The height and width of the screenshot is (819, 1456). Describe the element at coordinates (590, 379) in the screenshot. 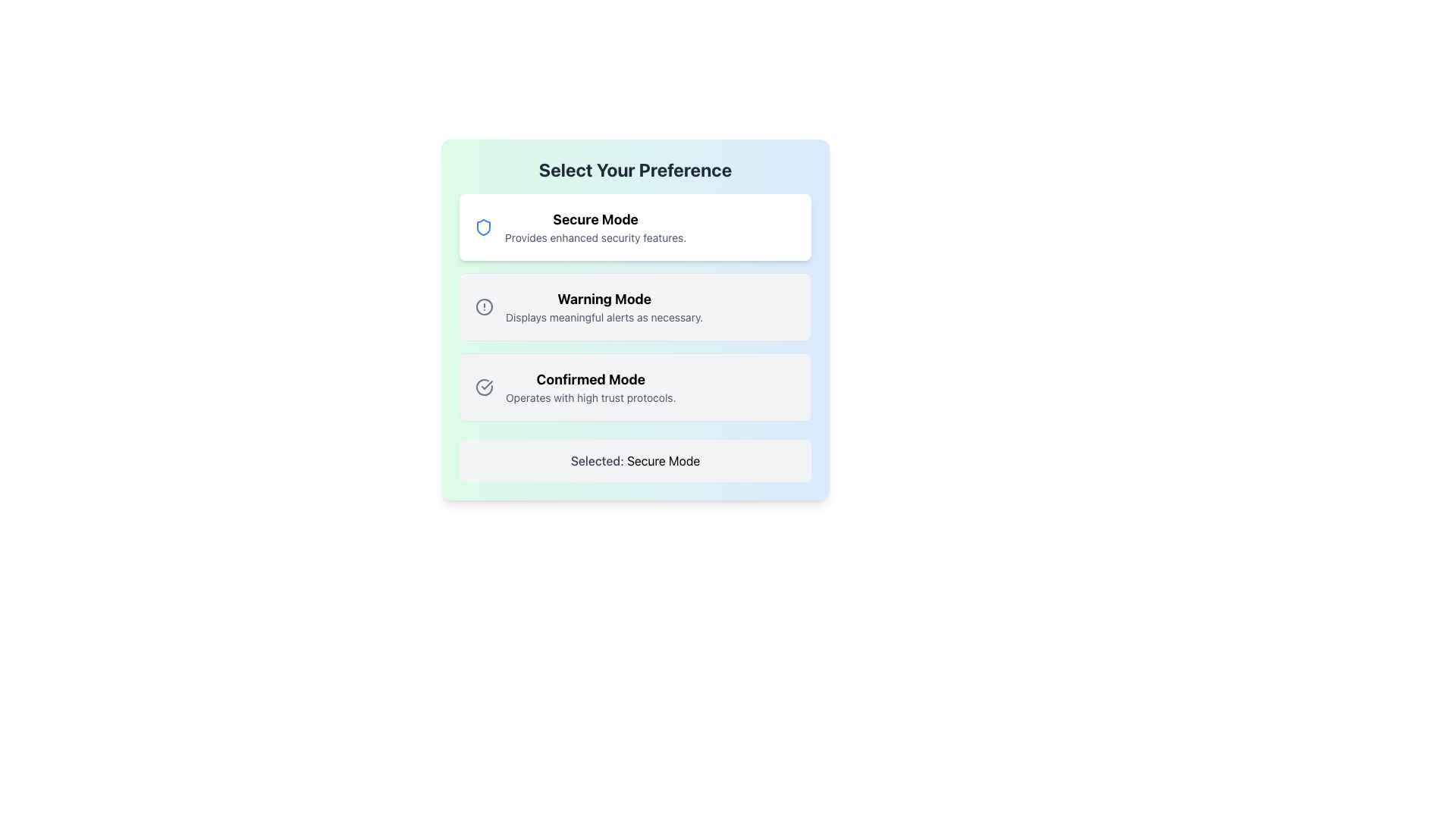

I see `the title Text Display for the 'Confirmed Mode' preference, which is located above the description text 'Operates with high trust protocols.'` at that location.